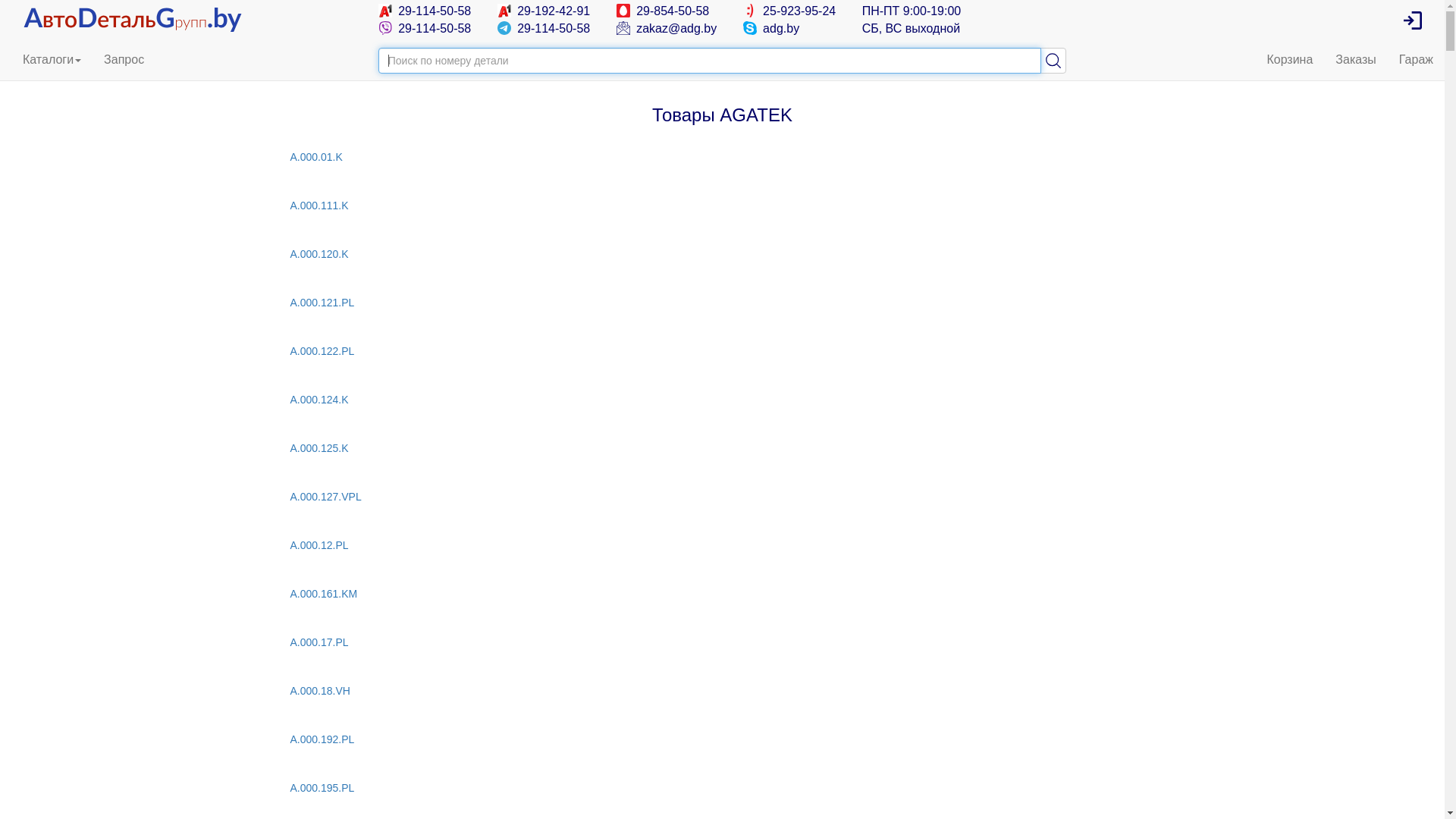  Describe the element at coordinates (720, 157) in the screenshot. I see `'A.000.01.K'` at that location.